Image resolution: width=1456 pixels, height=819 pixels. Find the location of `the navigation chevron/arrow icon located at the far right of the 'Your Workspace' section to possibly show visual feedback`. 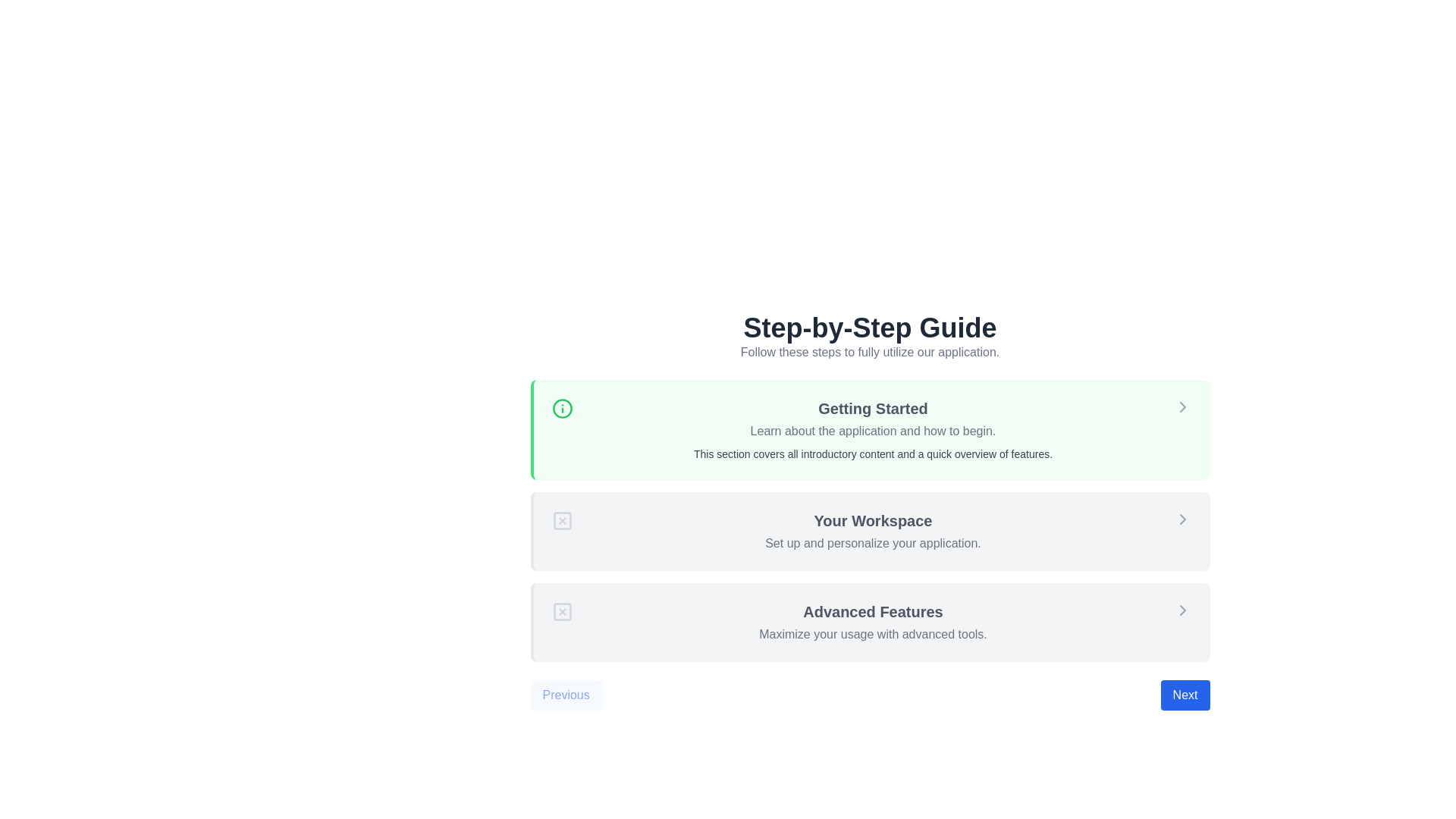

the navigation chevron/arrow icon located at the far right of the 'Your Workspace' section to possibly show visual feedback is located at coordinates (1181, 519).